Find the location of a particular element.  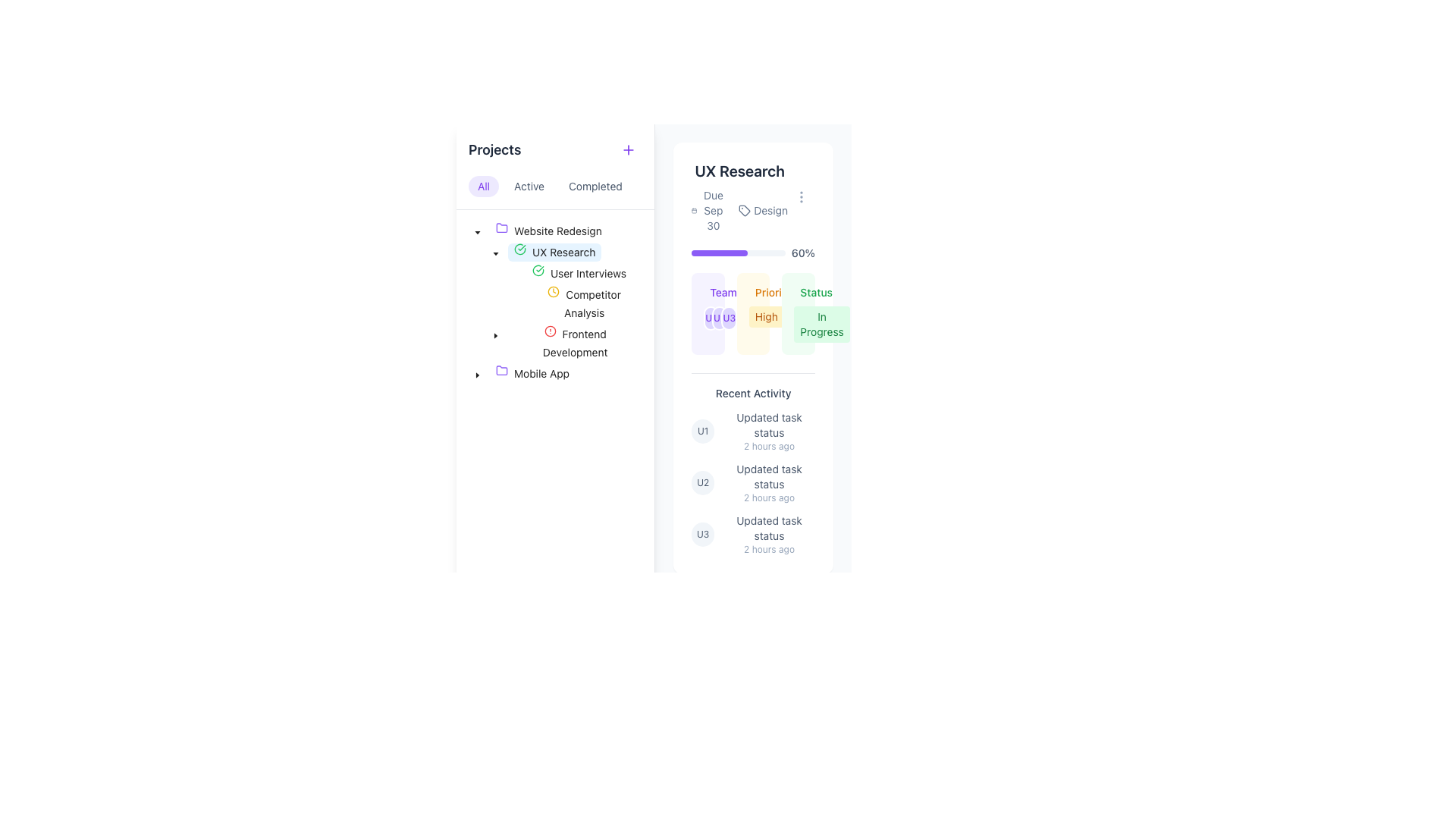

the topmost list item in the Recent Activity section labeled 'UX Research' is located at coordinates (753, 431).